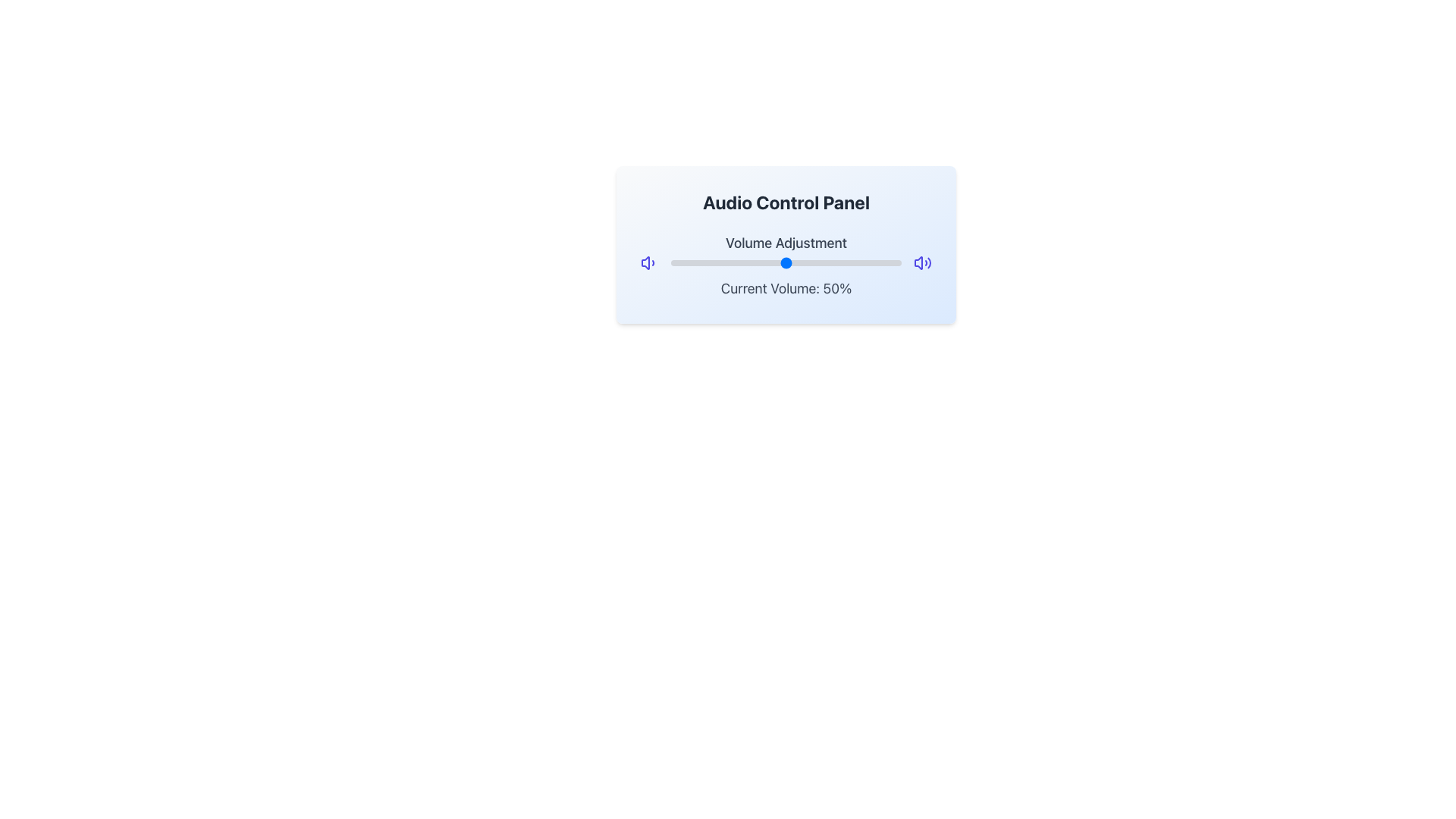 The width and height of the screenshot is (1456, 819). What do you see at coordinates (684, 262) in the screenshot?
I see `the slider` at bounding box center [684, 262].